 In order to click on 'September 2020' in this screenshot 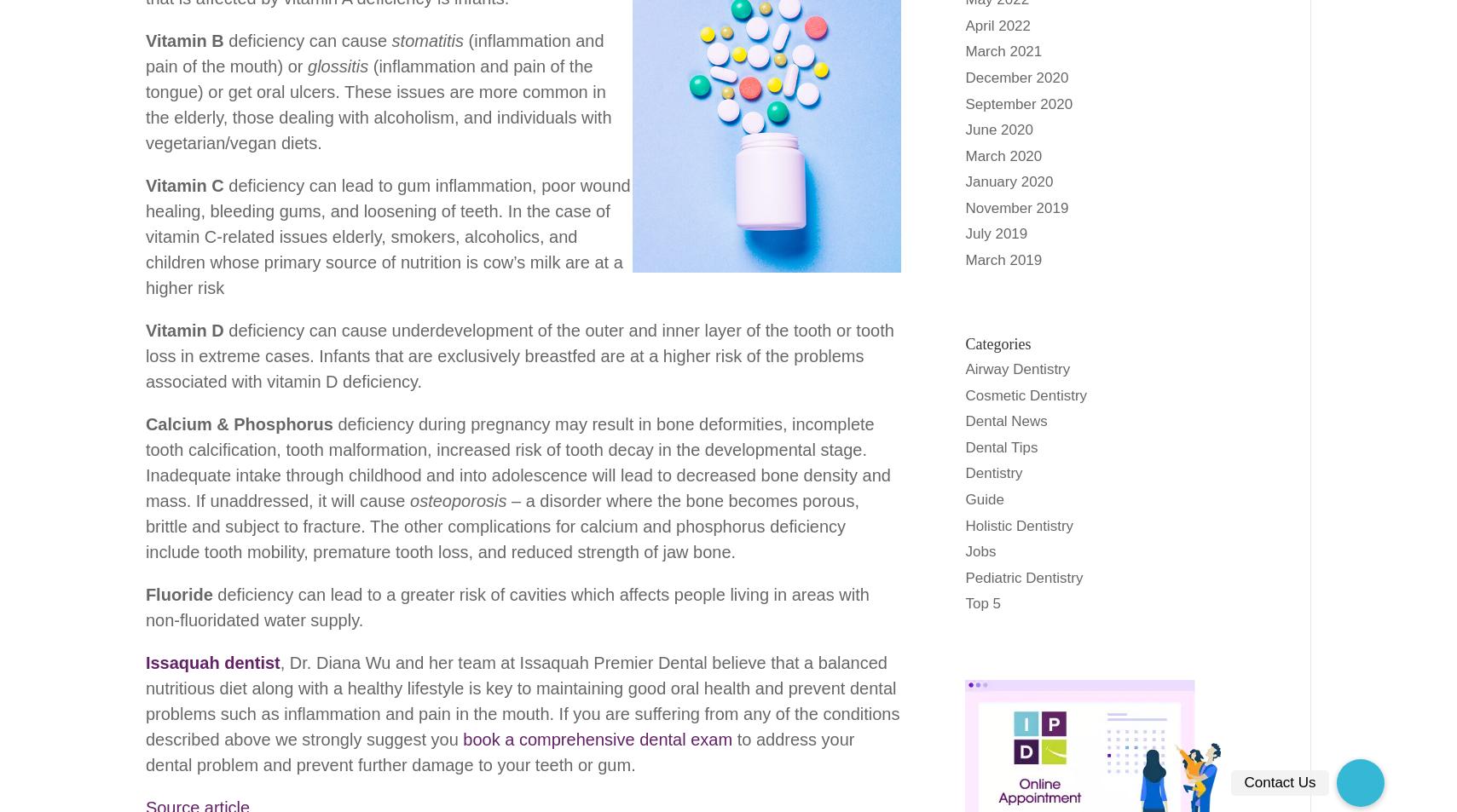, I will do `click(1018, 102)`.